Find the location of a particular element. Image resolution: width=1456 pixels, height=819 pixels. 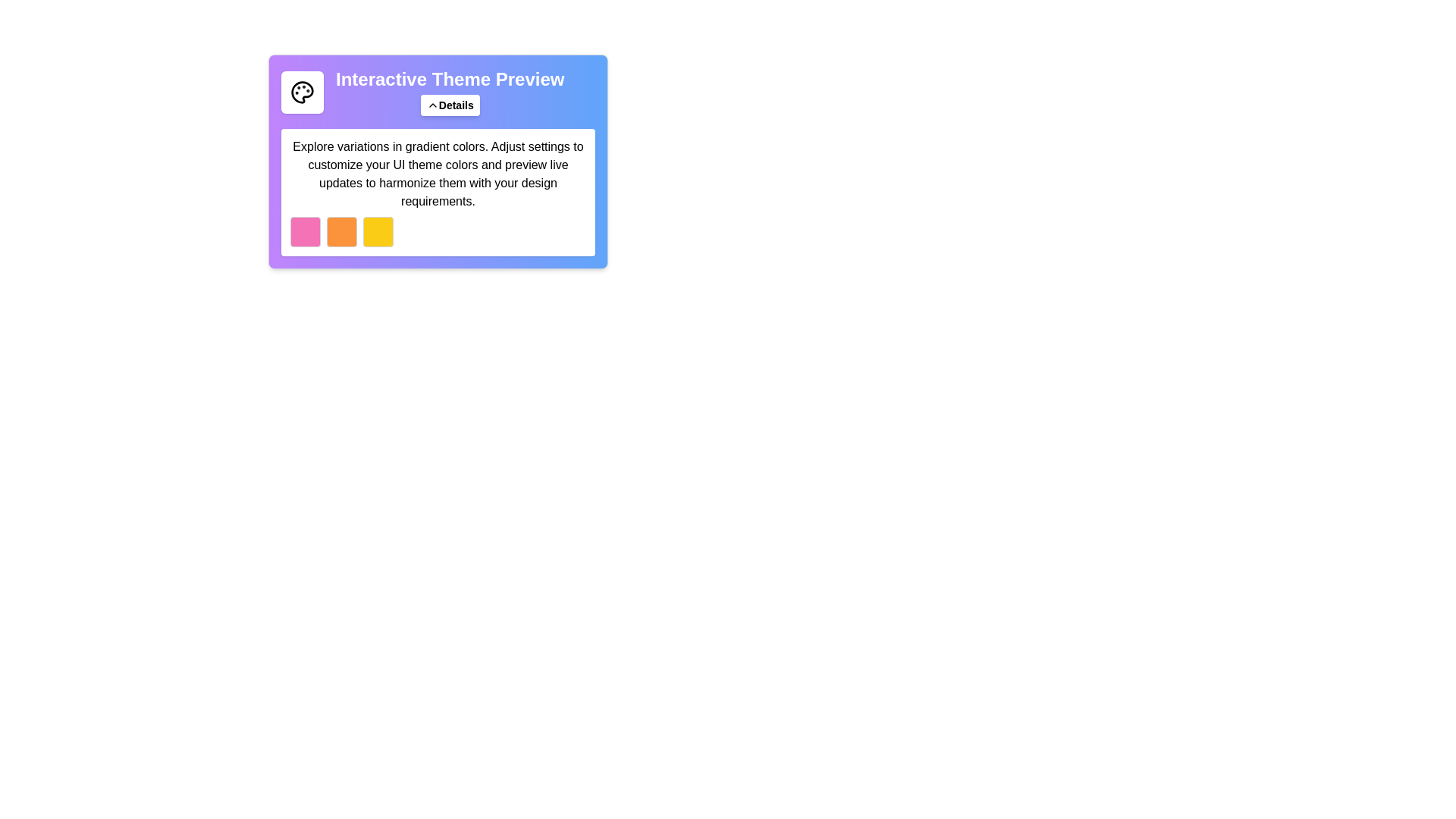

the button located below the title 'Interactive Theme Preview' is located at coordinates (449, 104).